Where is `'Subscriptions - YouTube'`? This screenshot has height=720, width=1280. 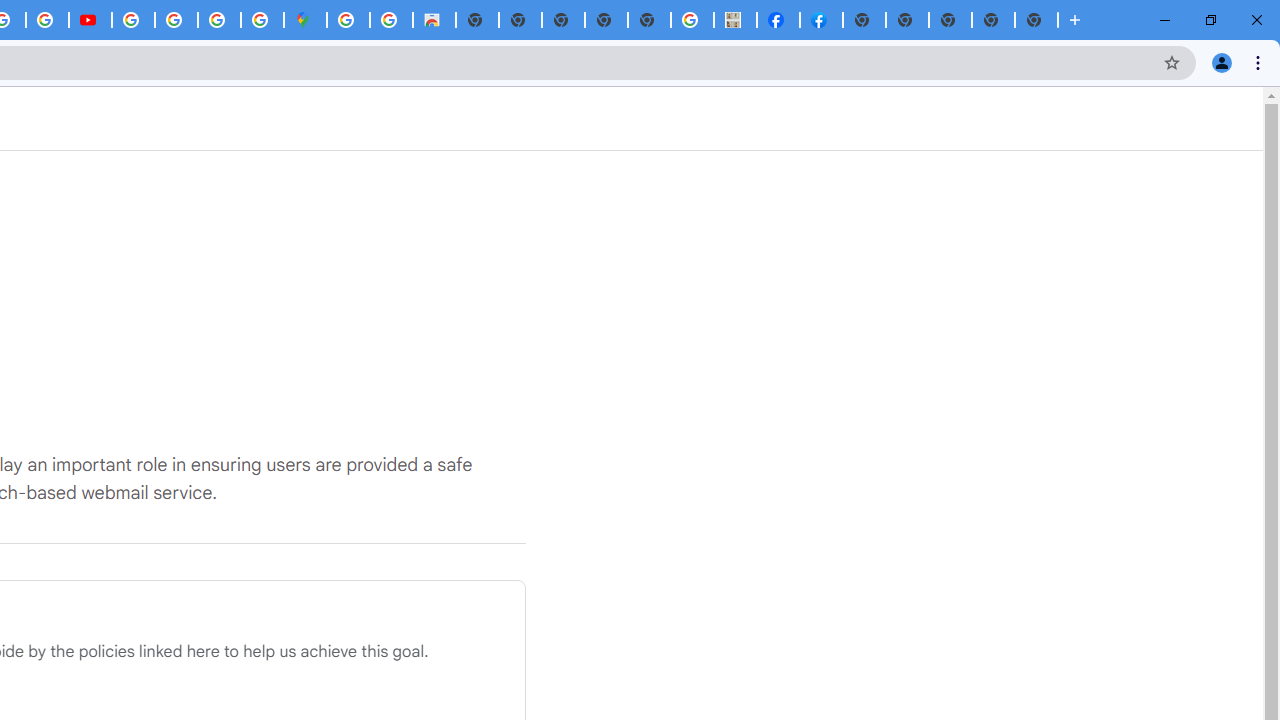
'Subscriptions - YouTube' is located at coordinates (89, 20).